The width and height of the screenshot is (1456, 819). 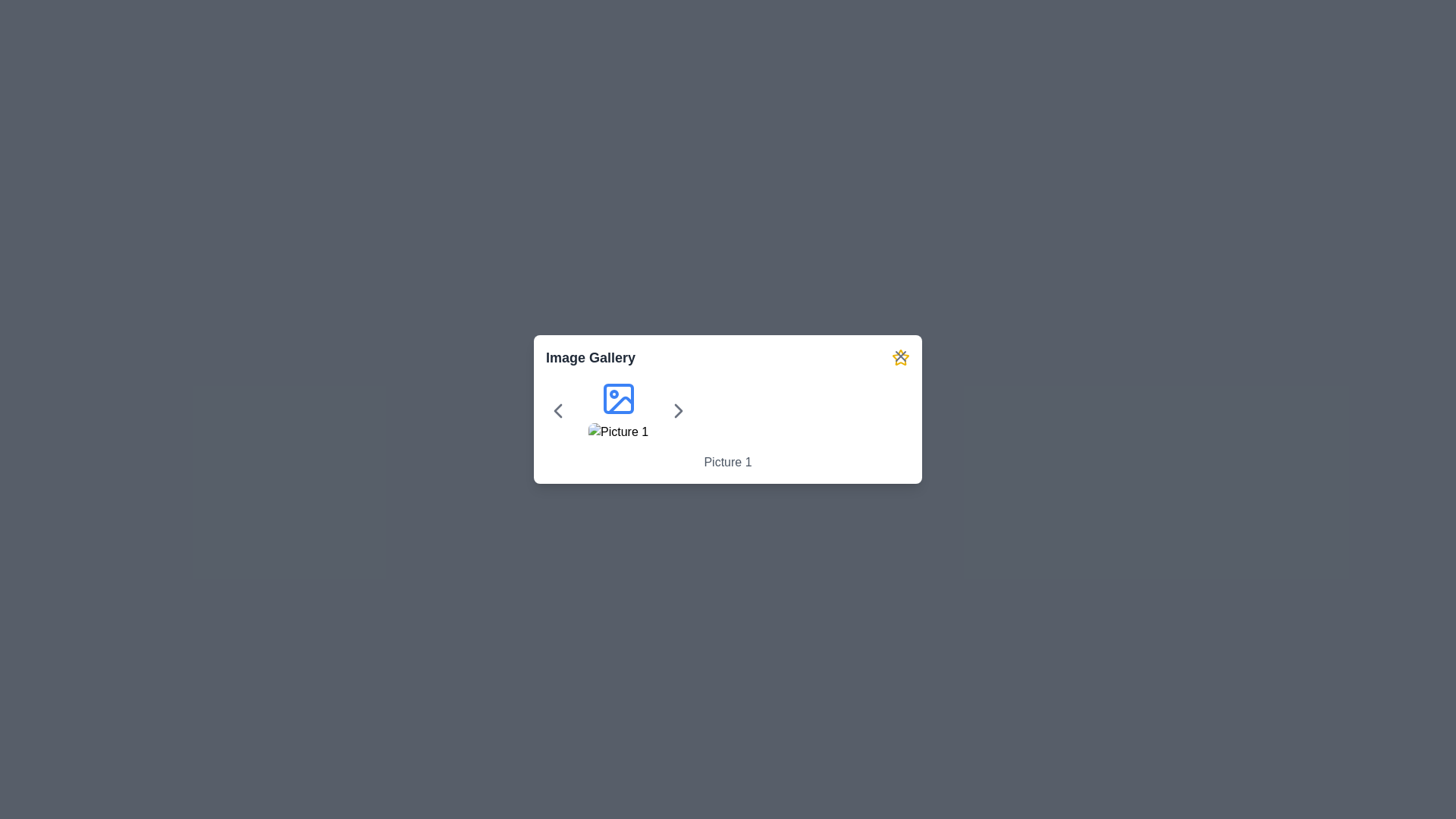 What do you see at coordinates (557, 411) in the screenshot?
I see `the leftward chevron arrow button located in the image gallery's control panel to change its appearance` at bounding box center [557, 411].